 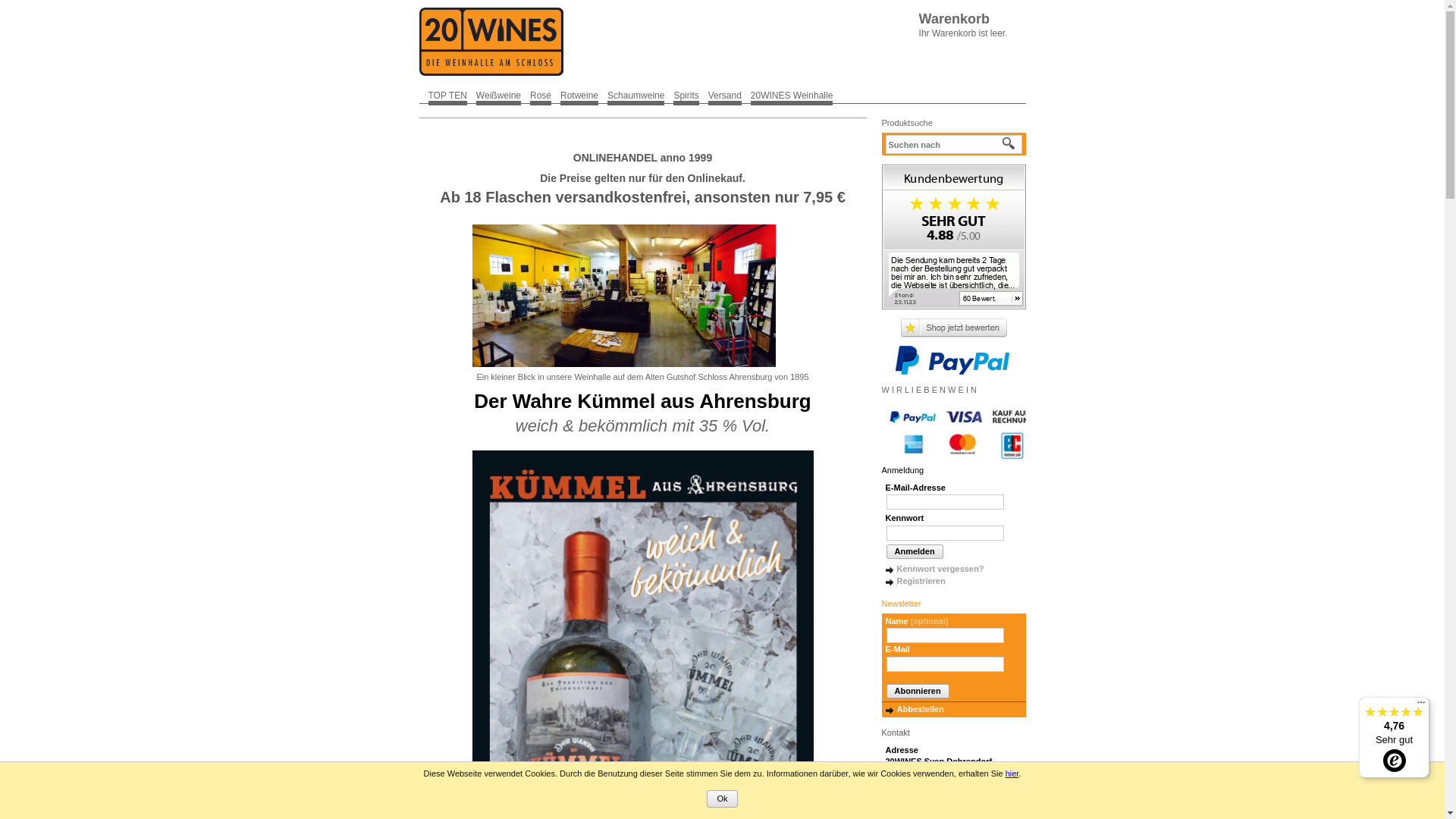 I want to click on 'Versand', so click(x=708, y=94).